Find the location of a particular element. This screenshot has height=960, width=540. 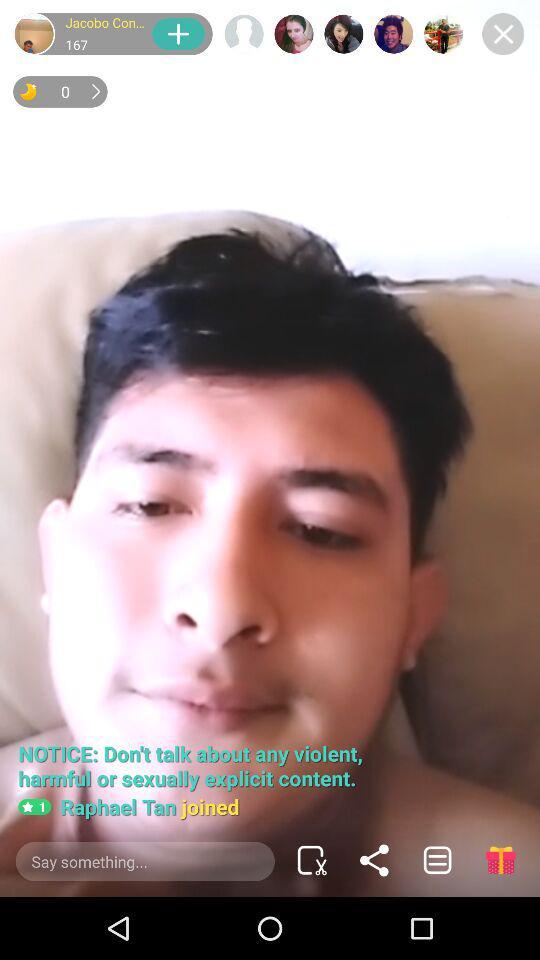

the gift icon is located at coordinates (499, 859).